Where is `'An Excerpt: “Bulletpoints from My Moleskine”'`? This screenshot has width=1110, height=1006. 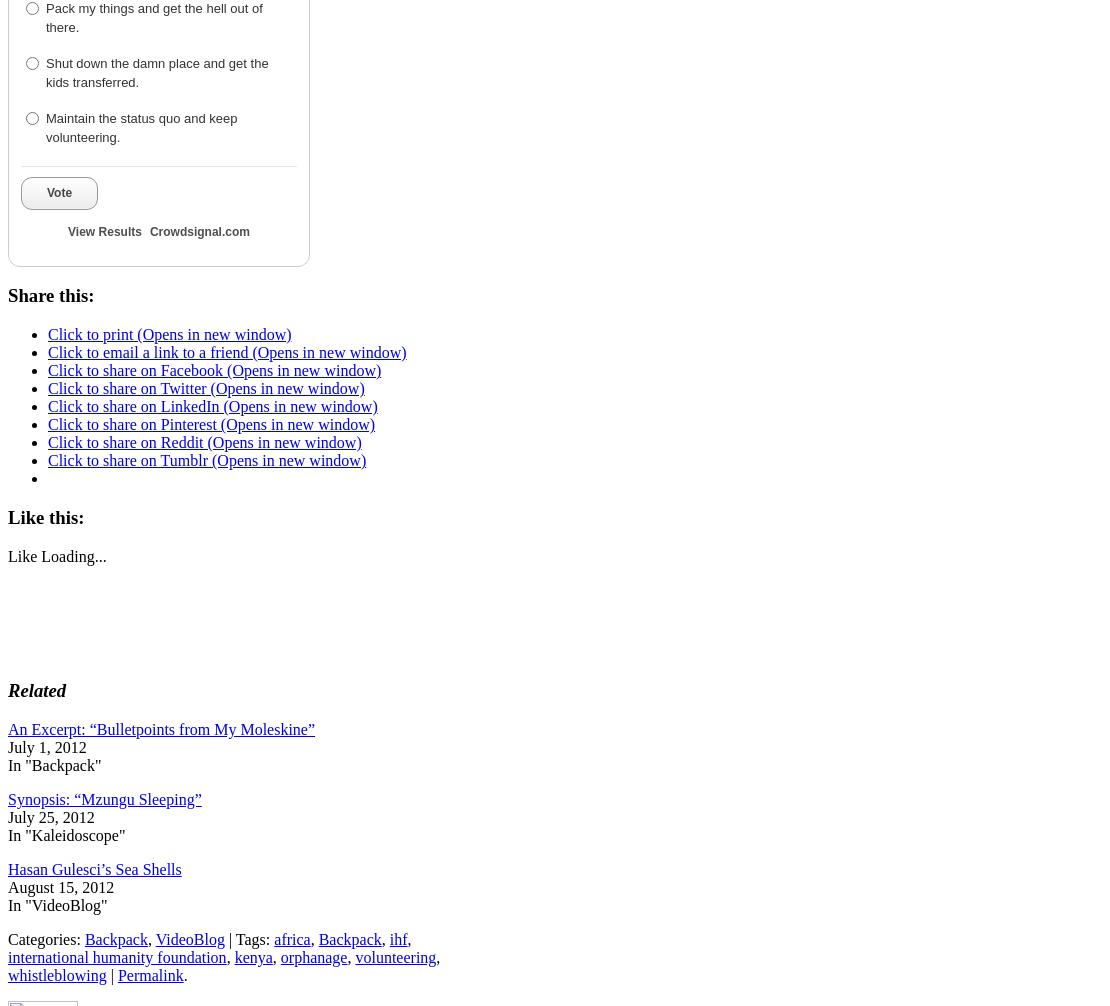
'An Excerpt: “Bulletpoints from My Moleskine”' is located at coordinates (161, 728).